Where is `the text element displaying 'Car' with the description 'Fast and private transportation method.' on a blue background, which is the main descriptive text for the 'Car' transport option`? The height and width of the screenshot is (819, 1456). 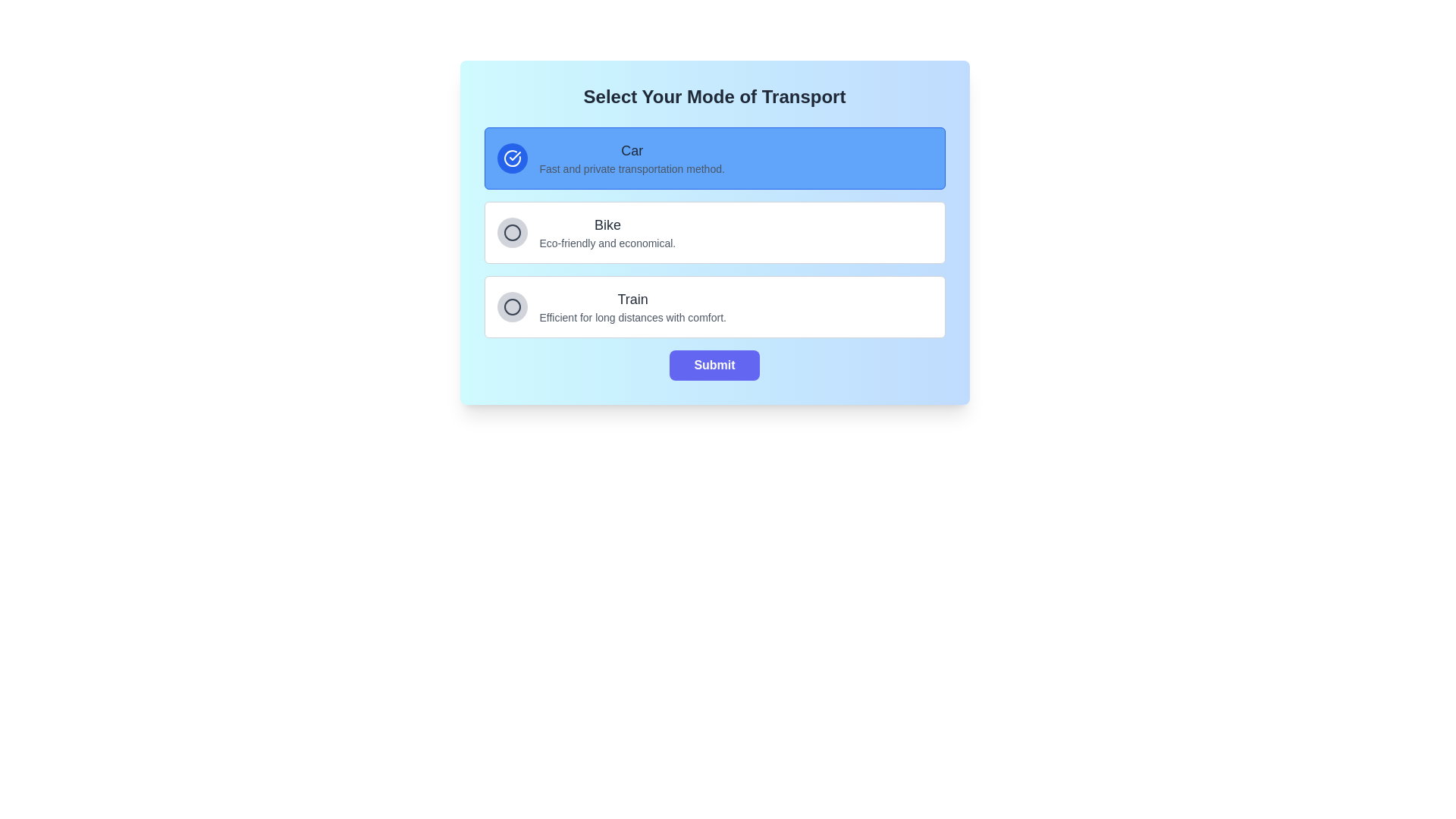
the text element displaying 'Car' with the description 'Fast and private transportation method.' on a blue background, which is the main descriptive text for the 'Car' transport option is located at coordinates (632, 158).